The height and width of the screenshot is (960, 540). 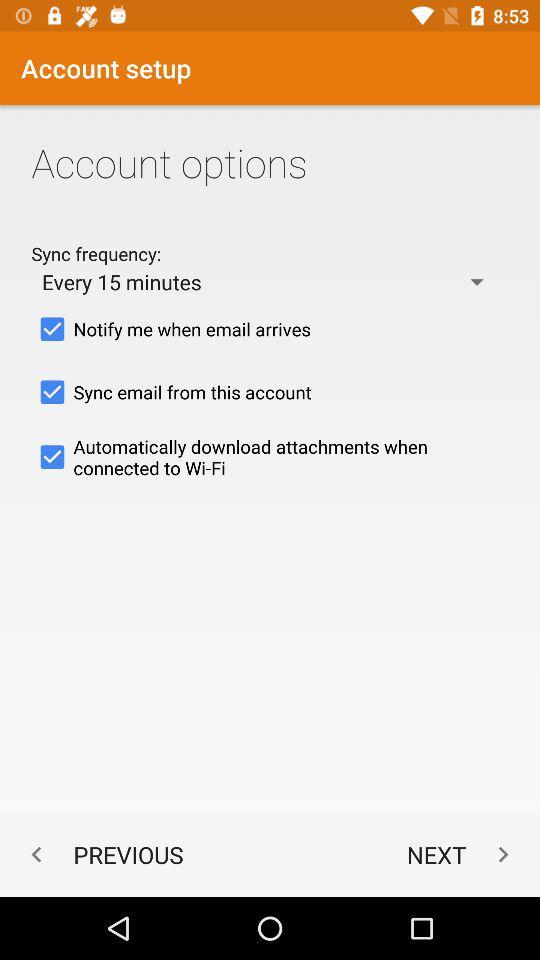 I want to click on the item above the automatically download attachments icon, so click(x=270, y=391).